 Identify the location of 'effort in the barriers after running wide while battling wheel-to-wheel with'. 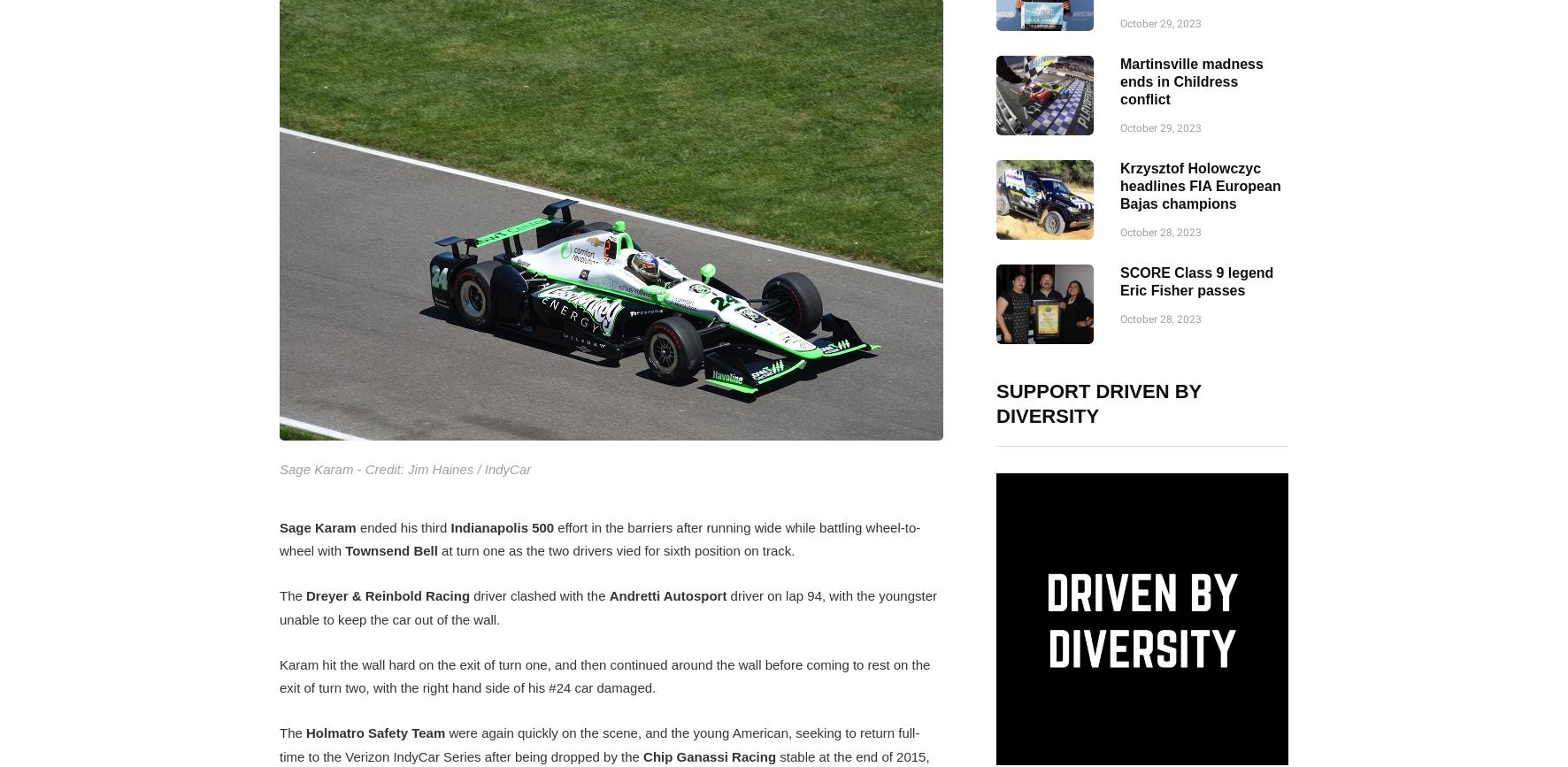
(598, 537).